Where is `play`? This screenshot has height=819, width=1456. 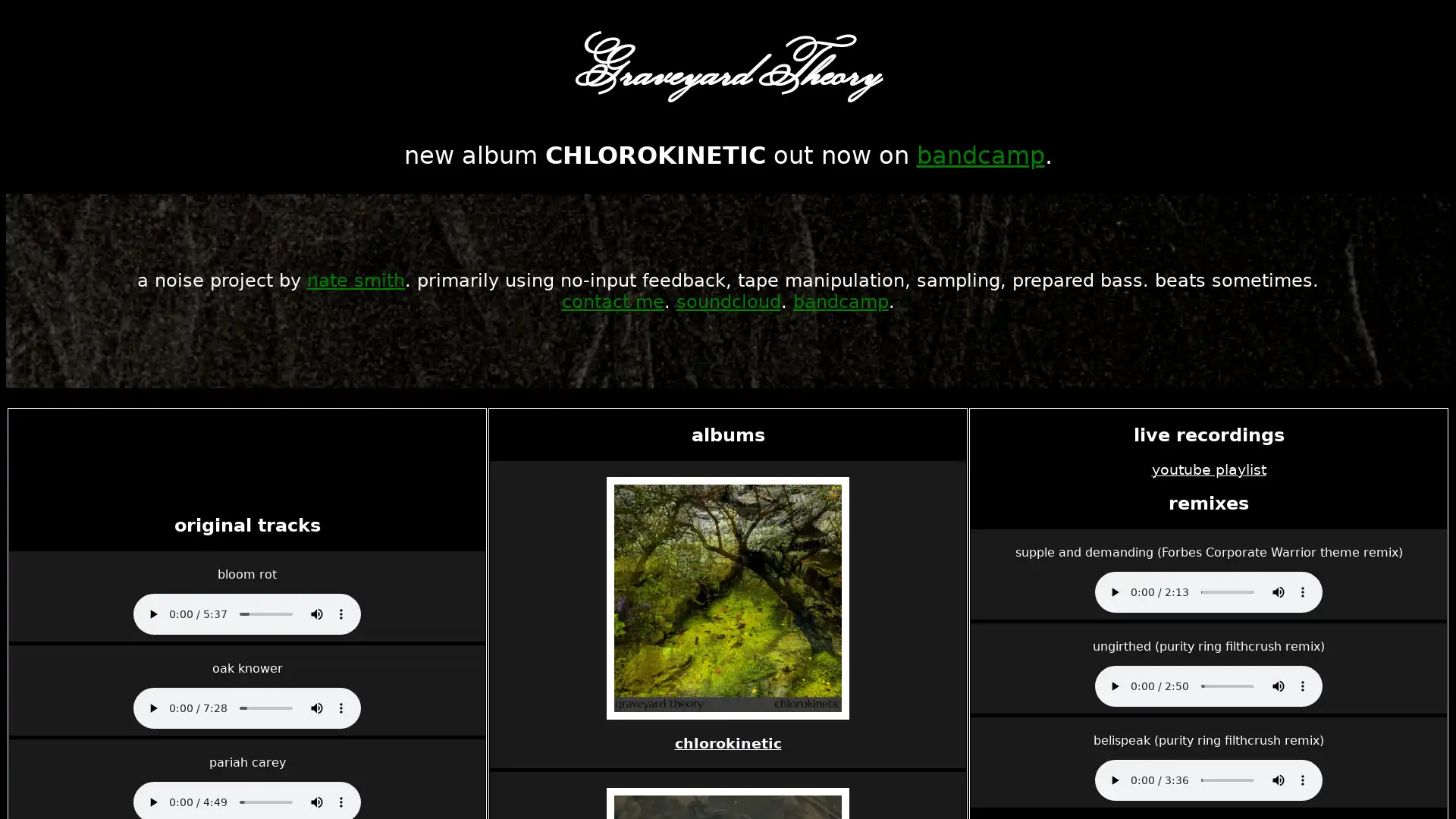
play is located at coordinates (1114, 780).